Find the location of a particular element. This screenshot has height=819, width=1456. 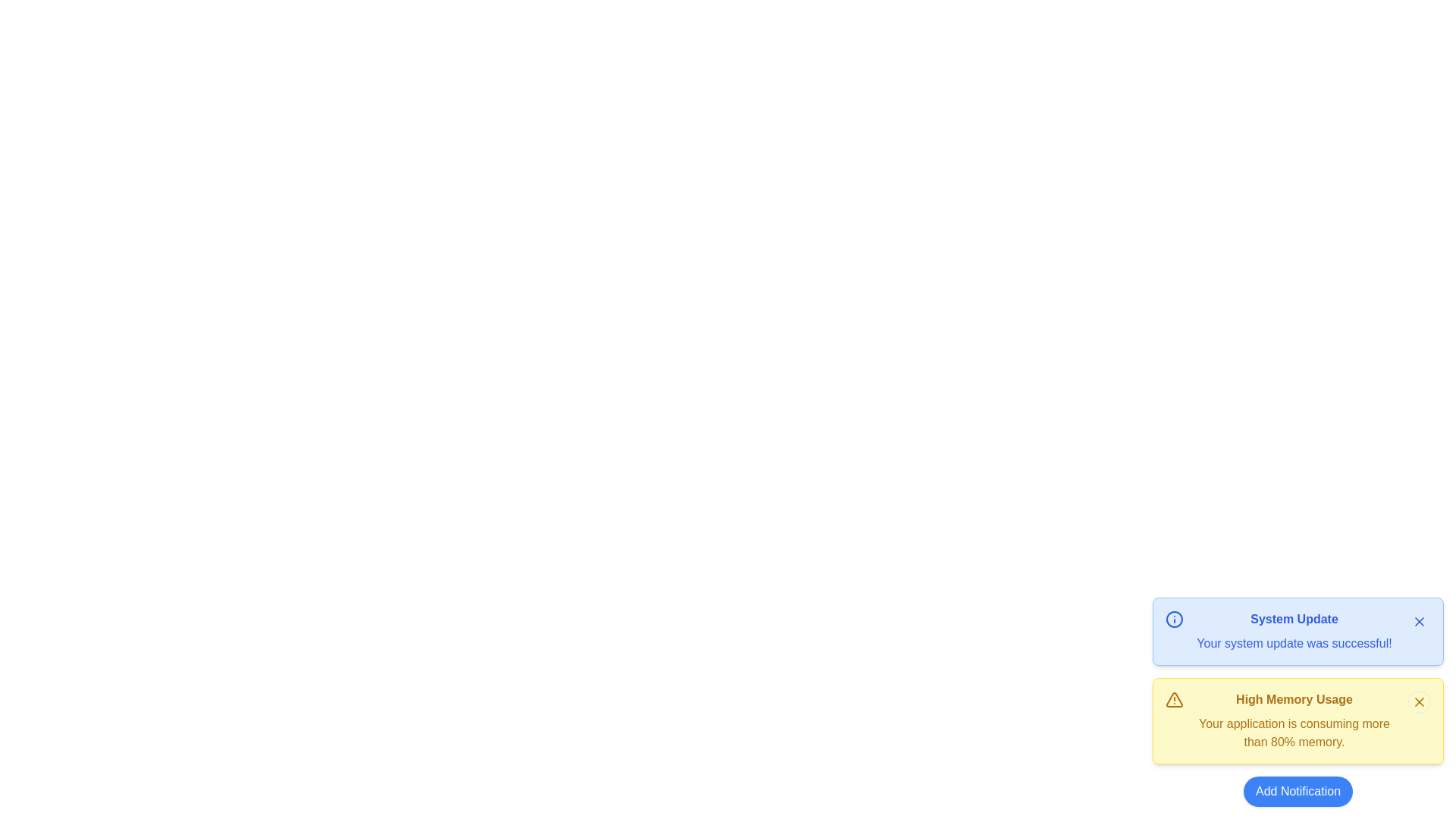

the dismiss button located at the top right corner of the yellow notification card displaying 'High Memory Usage' is located at coordinates (1419, 701).